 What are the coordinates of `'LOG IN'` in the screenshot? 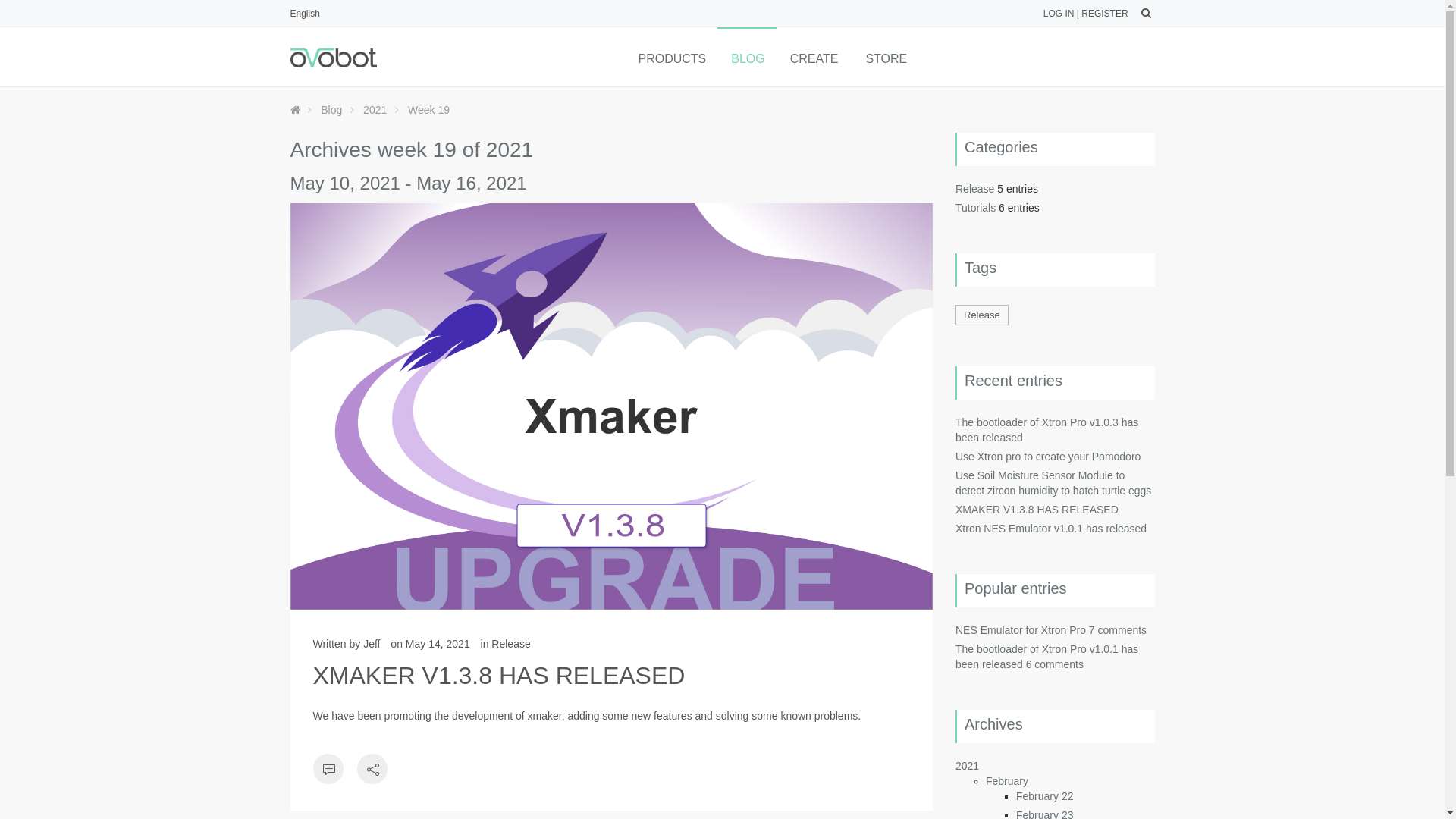 It's located at (1058, 14).